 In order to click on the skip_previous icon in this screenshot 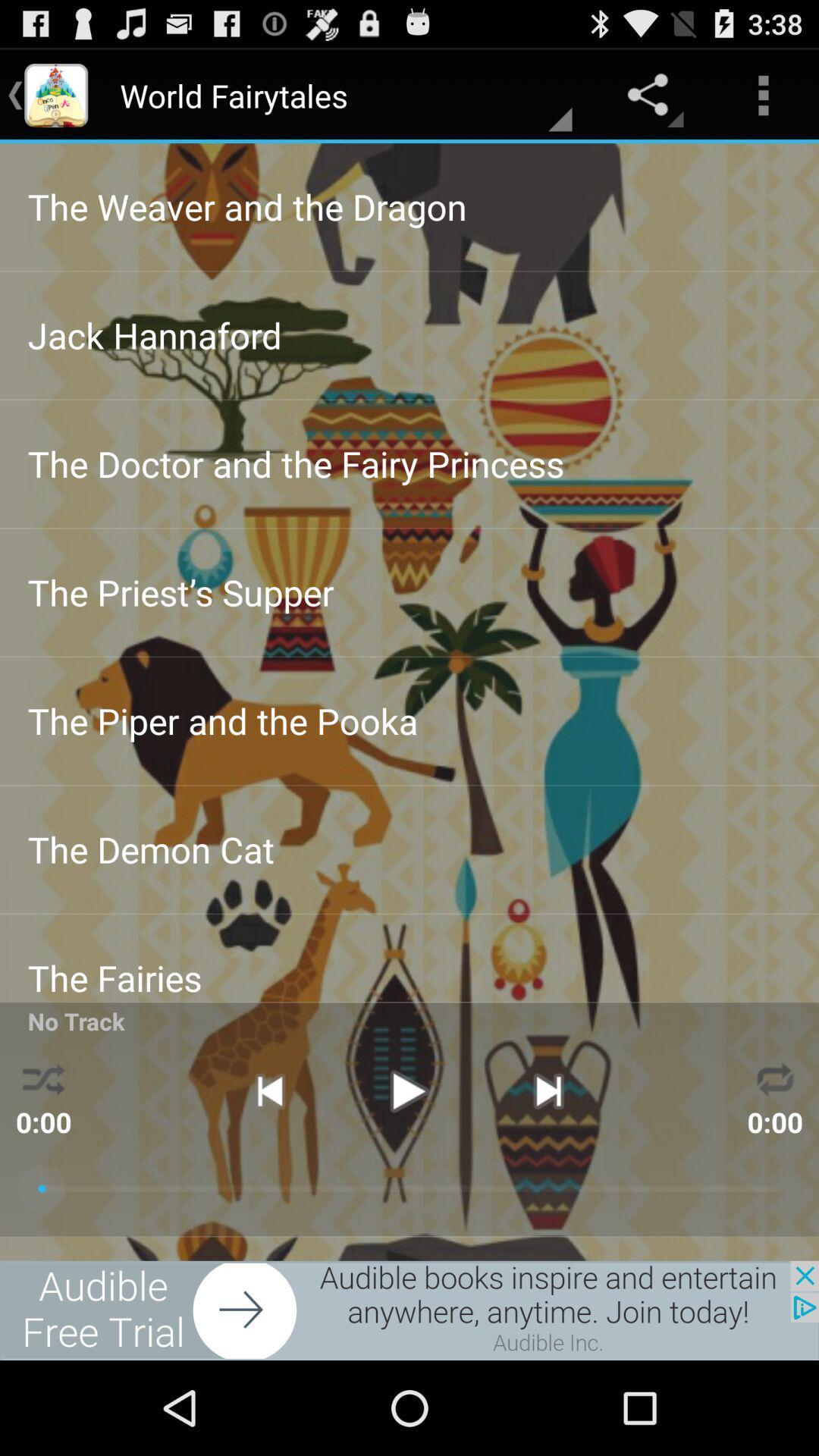, I will do `click(268, 1166)`.